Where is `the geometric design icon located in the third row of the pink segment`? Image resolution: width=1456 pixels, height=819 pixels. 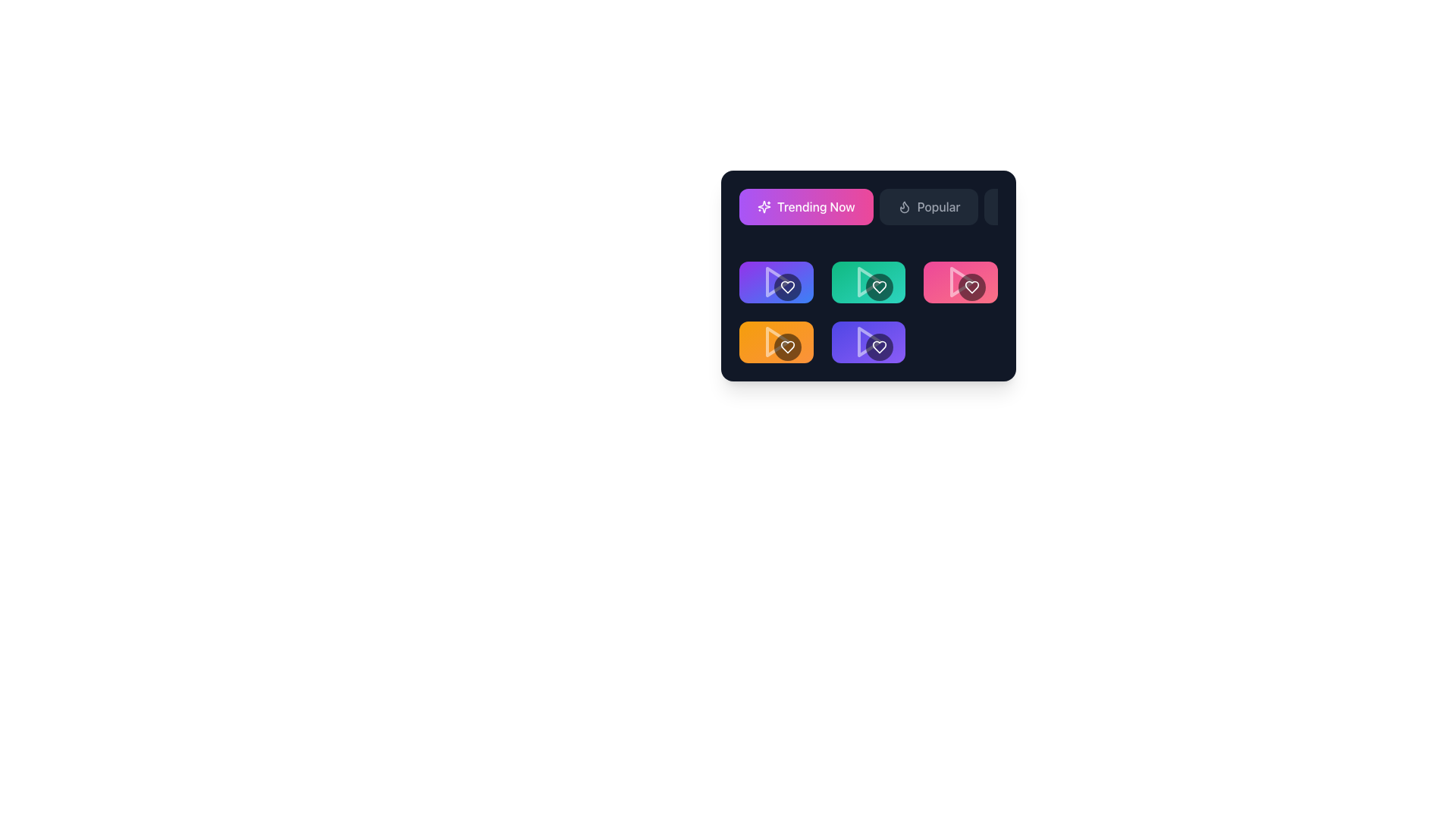 the geometric design icon located in the third row of the pink segment is located at coordinates (952, 275).